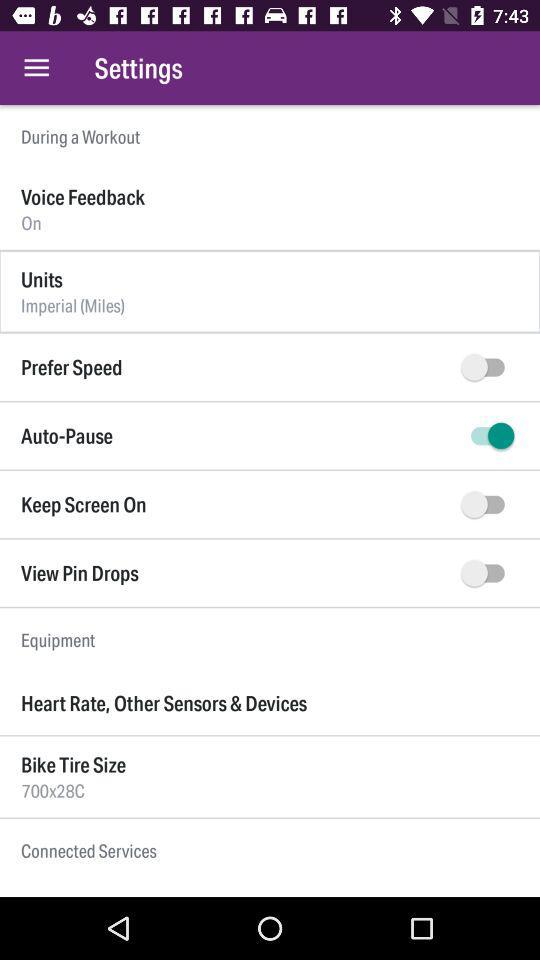 Image resolution: width=540 pixels, height=960 pixels. What do you see at coordinates (486, 366) in the screenshot?
I see `speed button` at bounding box center [486, 366].